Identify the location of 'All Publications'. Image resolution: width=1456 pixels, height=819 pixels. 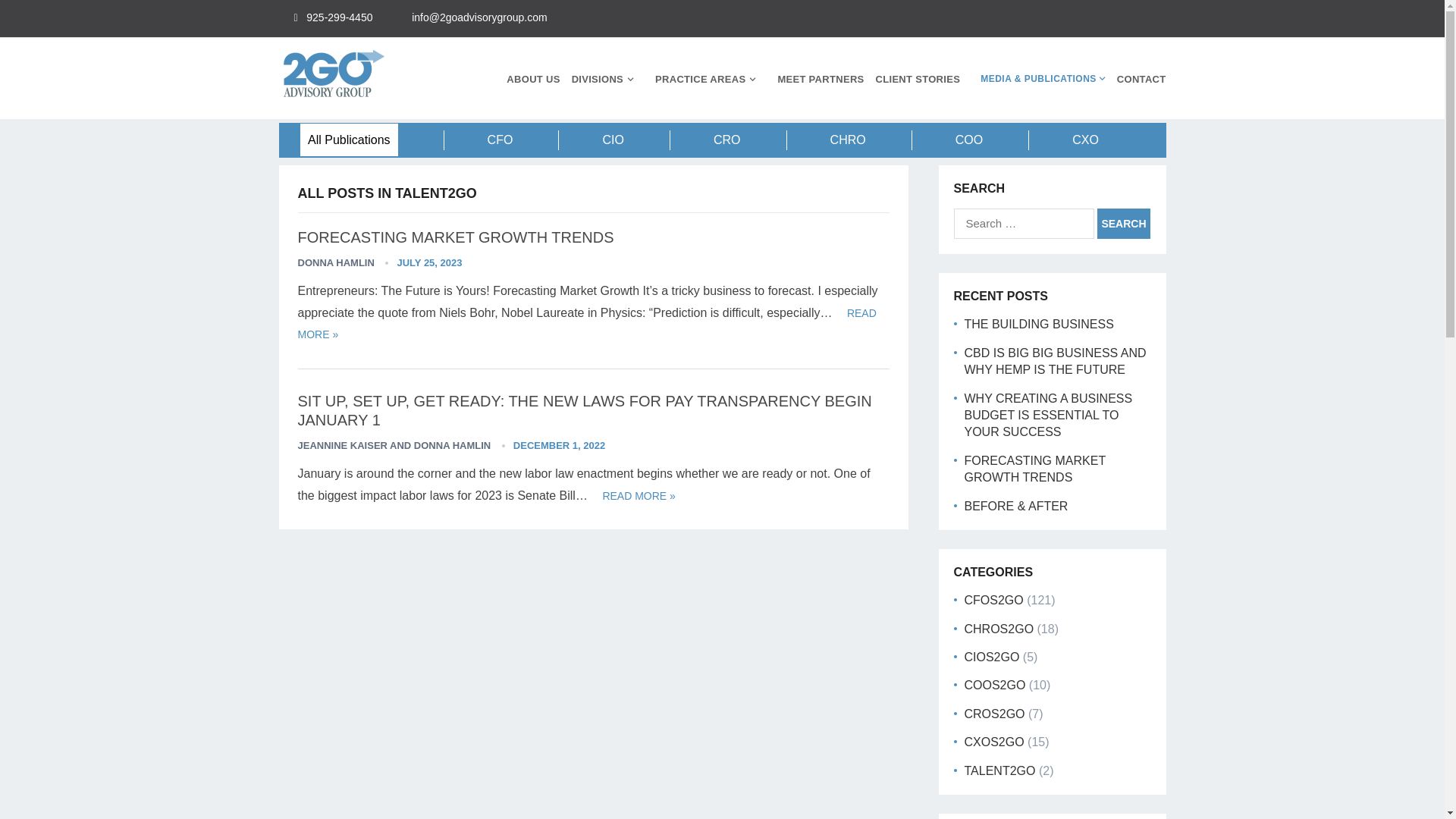
(348, 140).